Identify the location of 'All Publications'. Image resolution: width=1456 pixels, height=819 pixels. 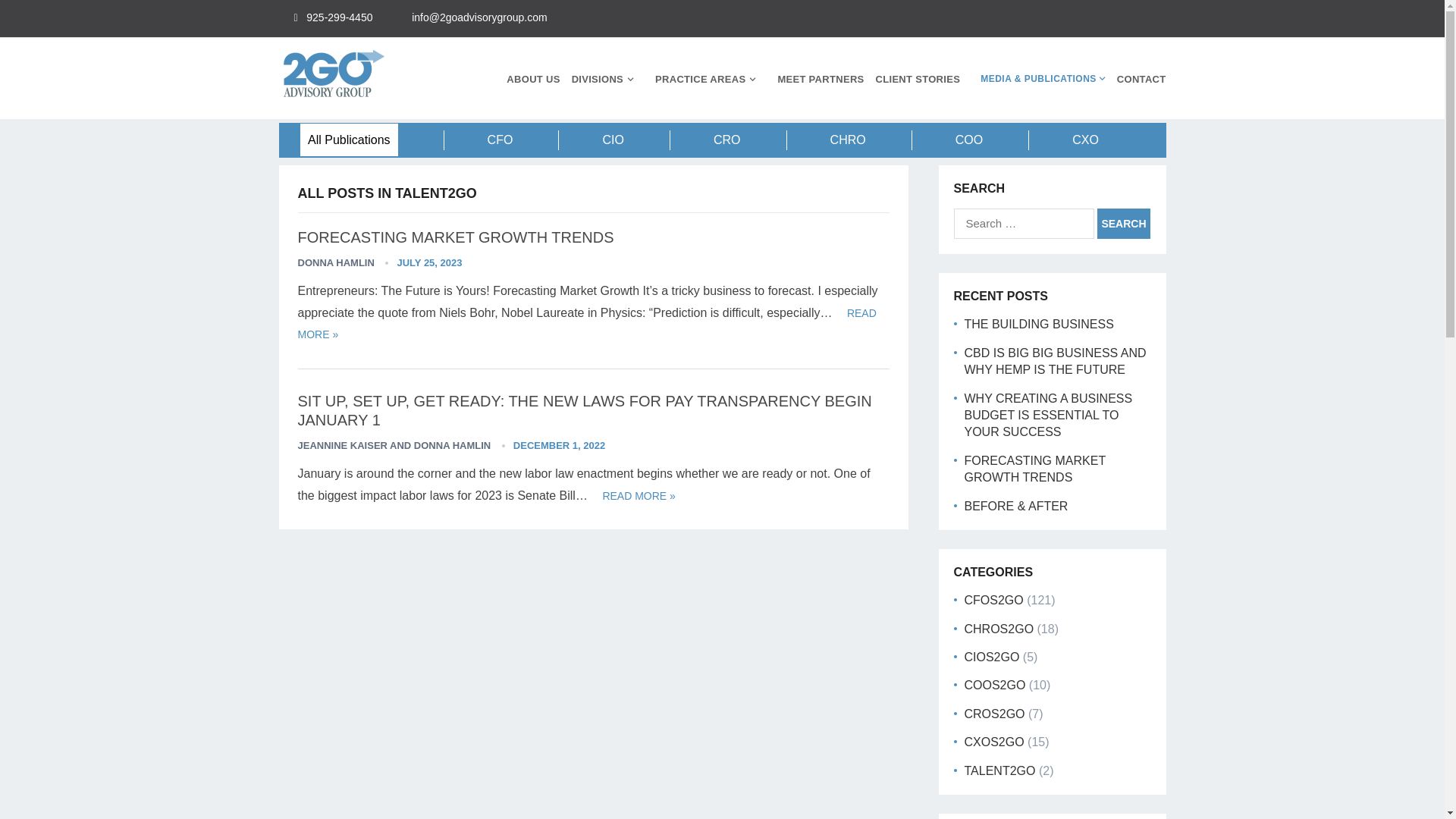
(348, 140).